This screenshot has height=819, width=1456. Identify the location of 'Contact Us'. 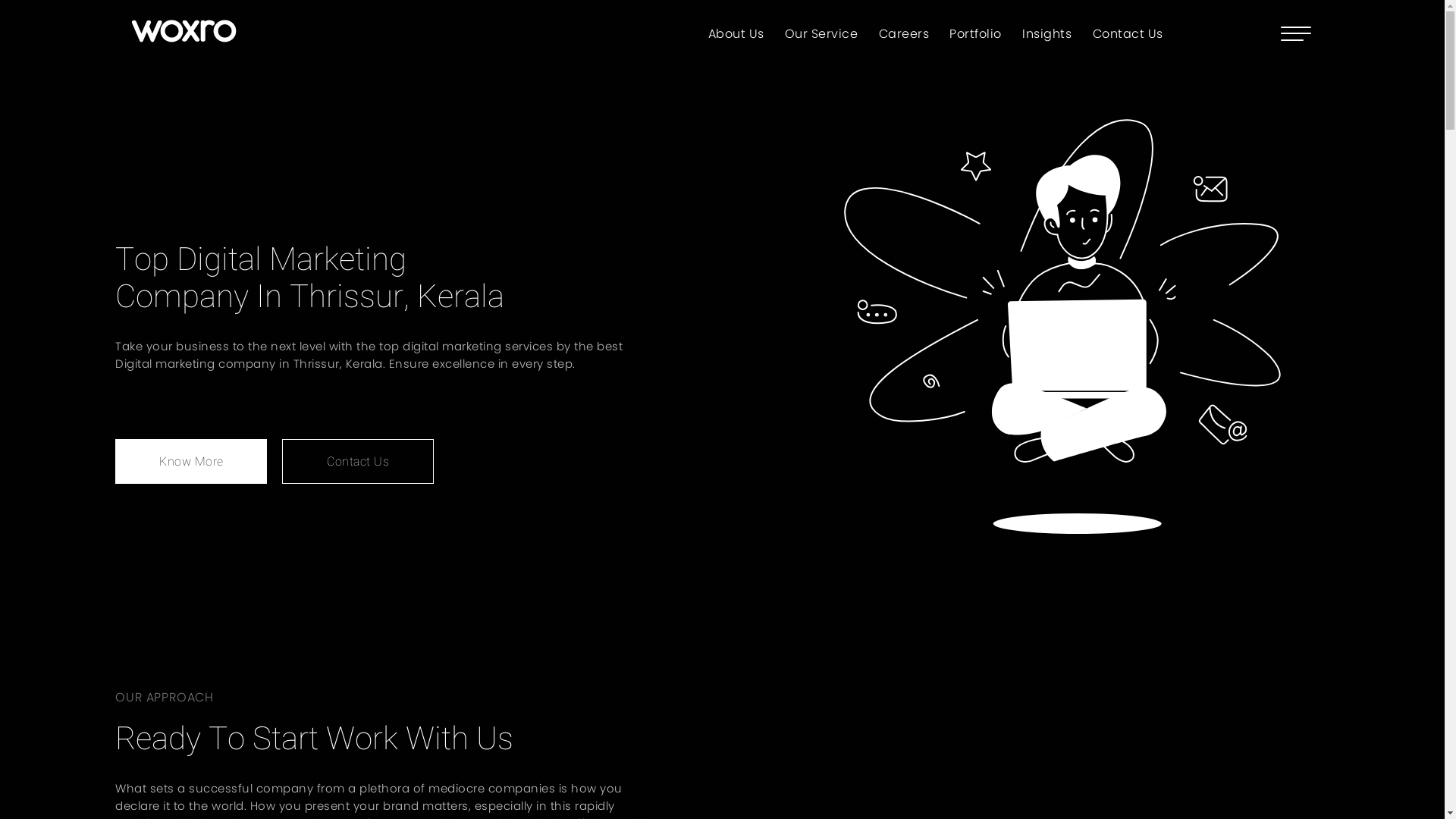
(1128, 33).